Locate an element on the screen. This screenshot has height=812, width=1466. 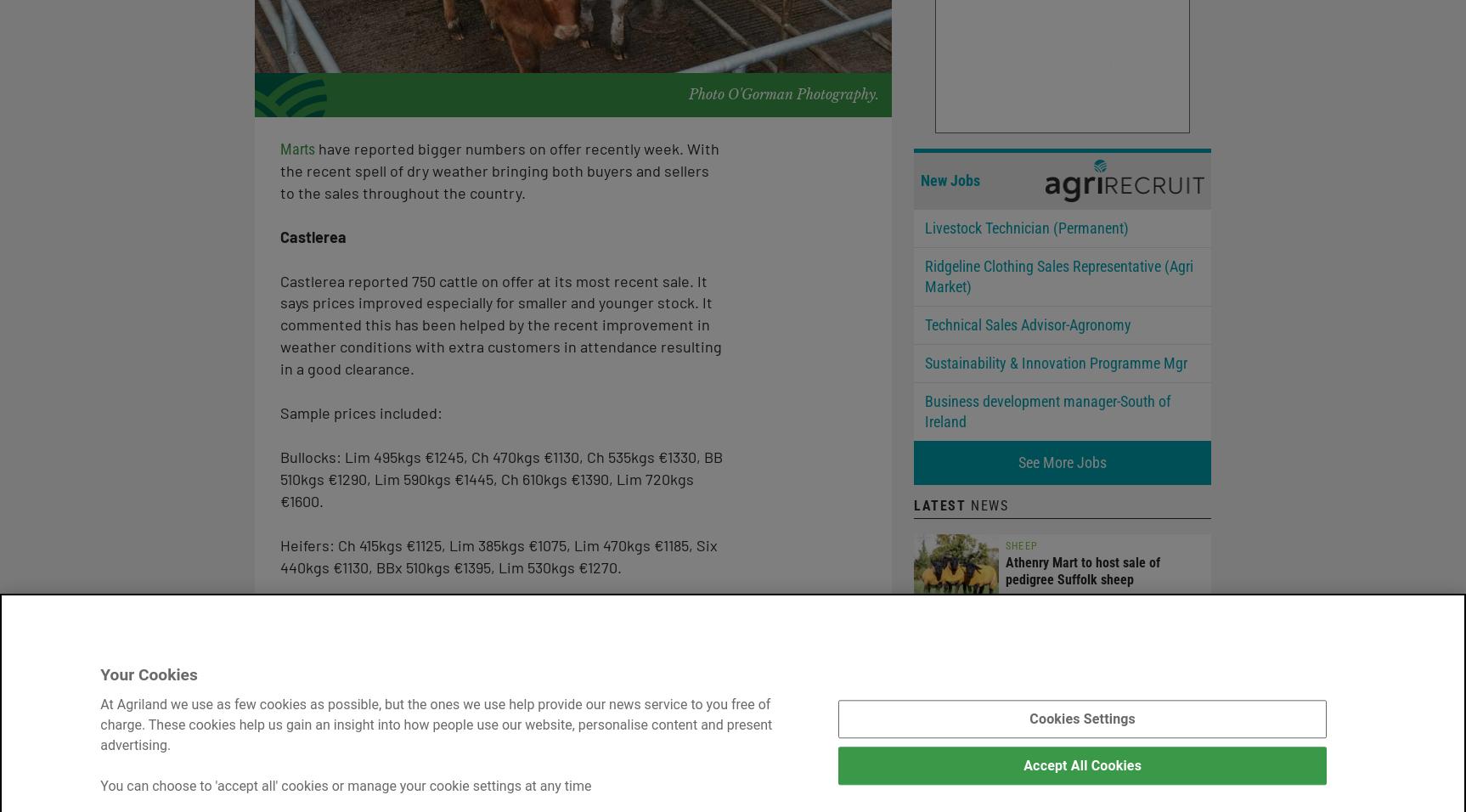
'Show and sale of ‘rare breed’ cattle event set for Stranorlar' is located at coordinates (1102, 755).